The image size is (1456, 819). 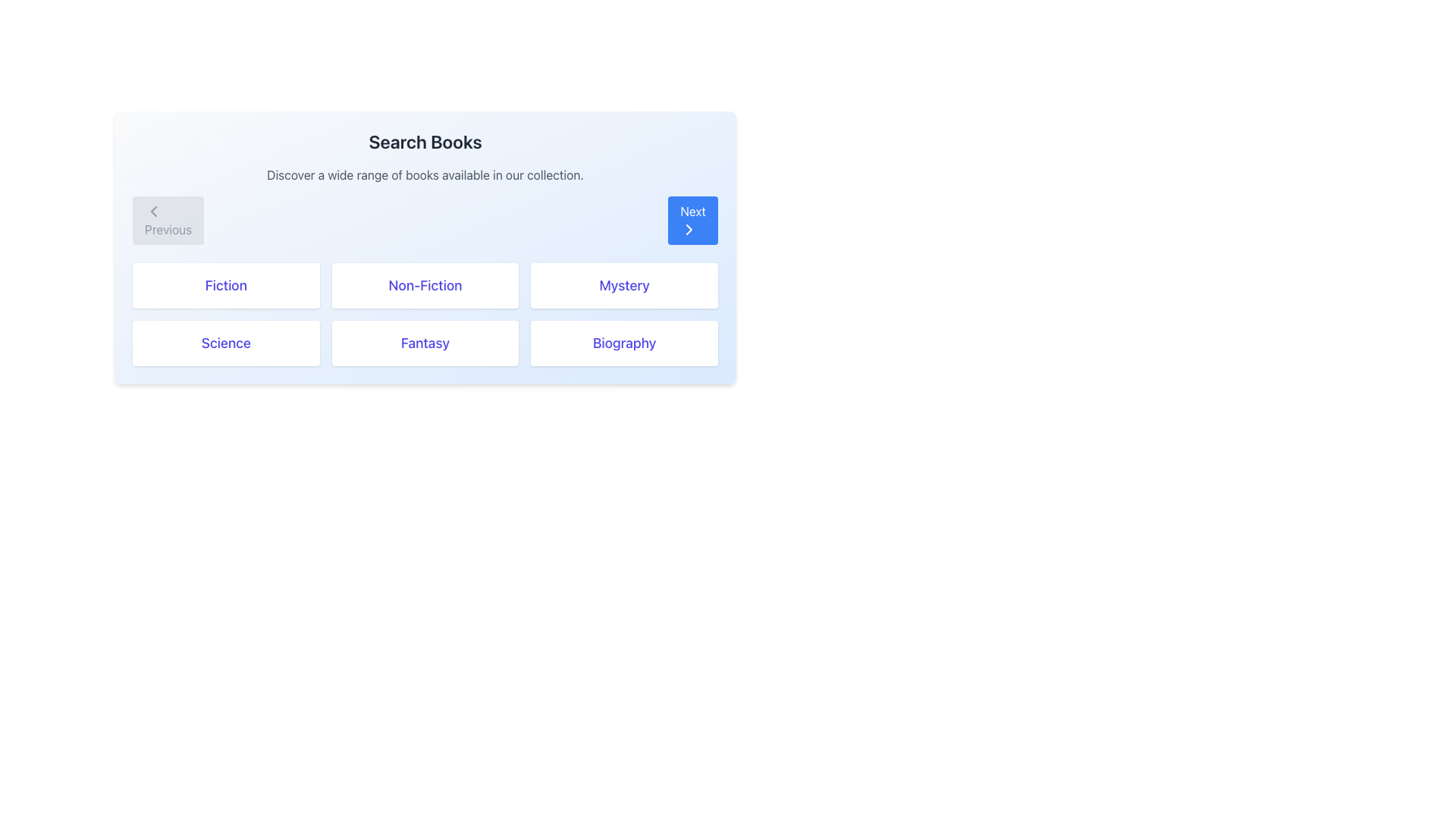 I want to click on the Modal overlay, so click(x=425, y=245).